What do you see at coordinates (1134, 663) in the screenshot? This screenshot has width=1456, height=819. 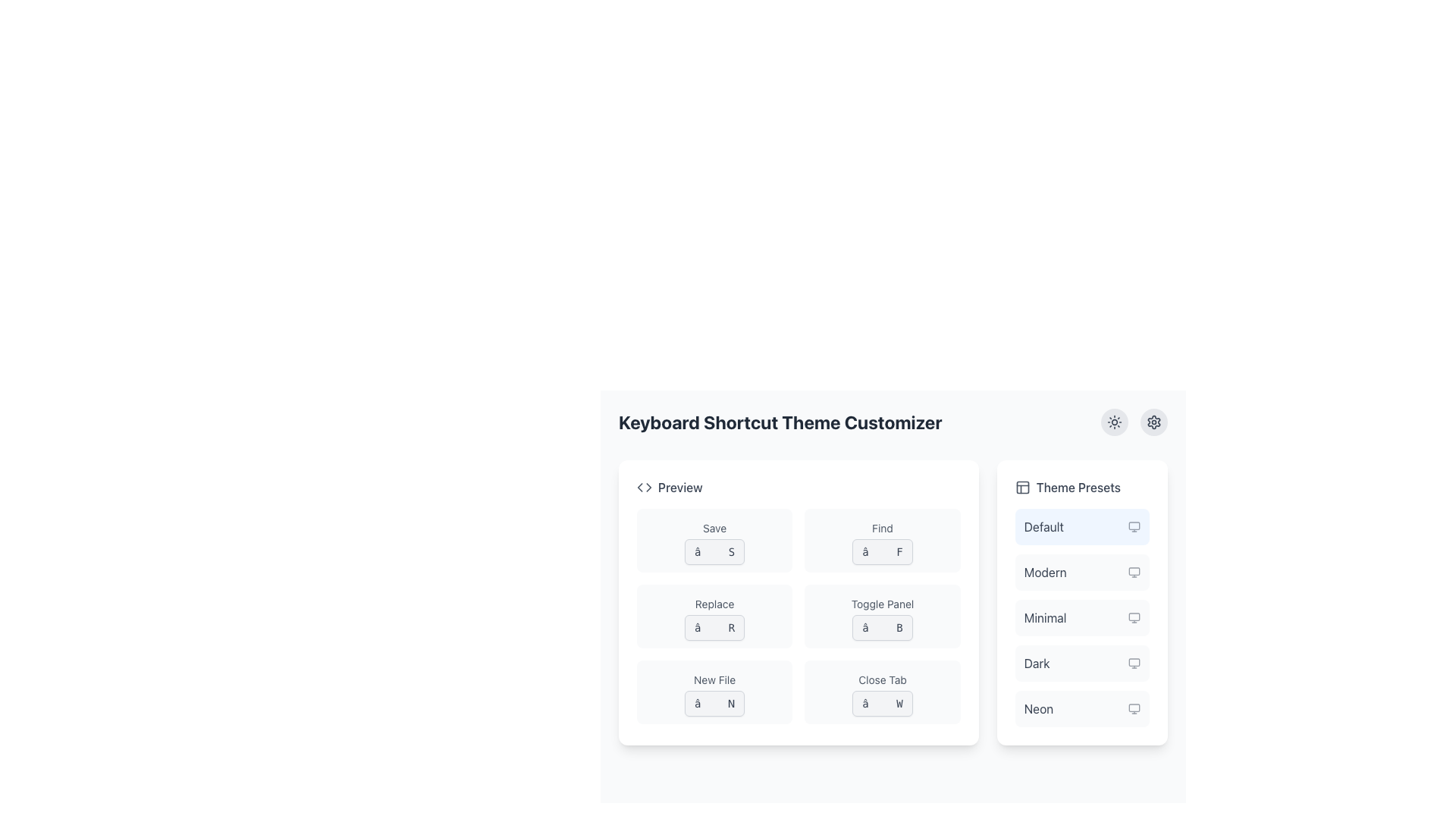 I see `computer monitor icon associated with the 'Dark' theme preset, located in the fourth position within the 'Theme Presets' section` at bounding box center [1134, 663].